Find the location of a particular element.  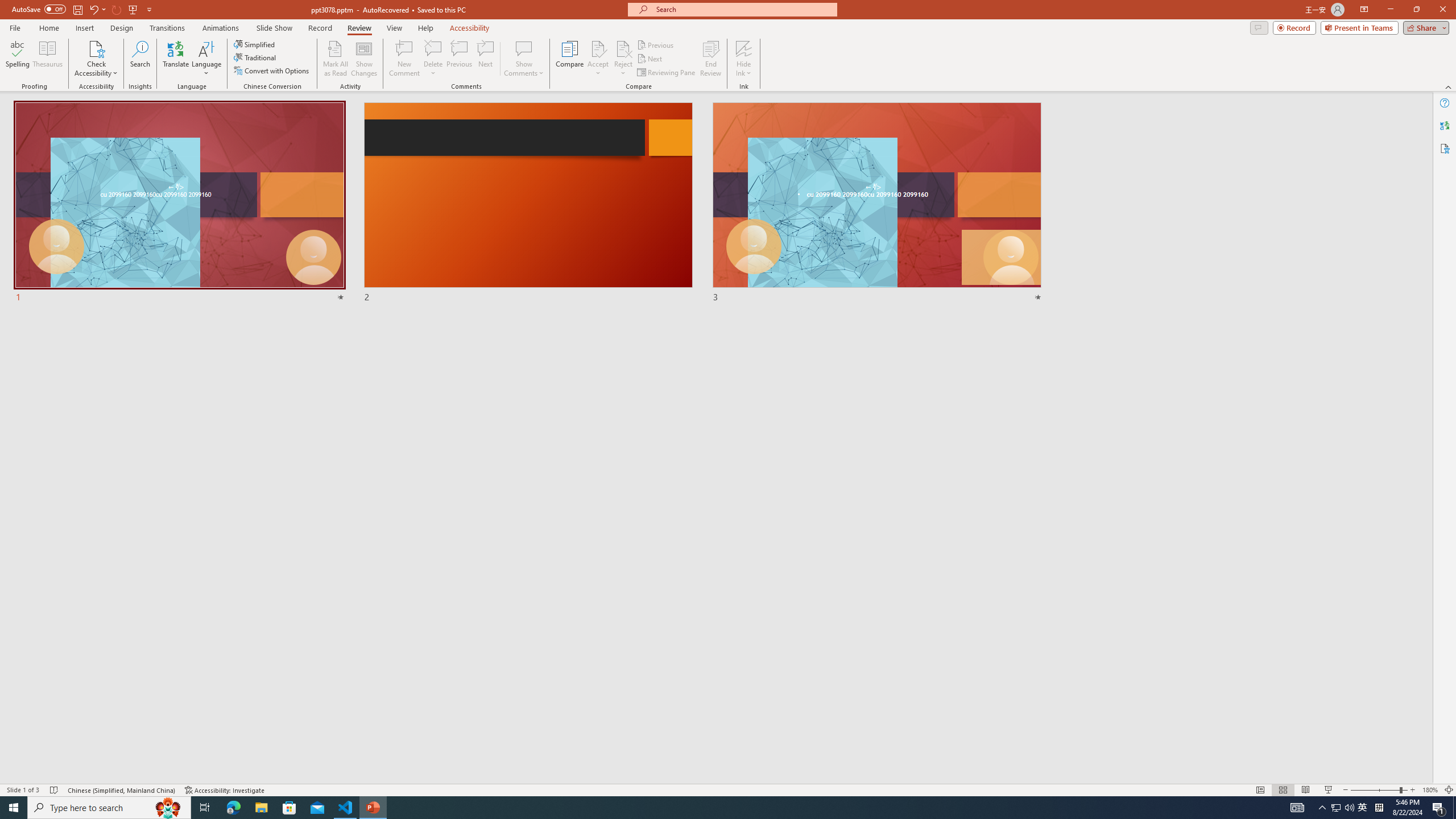

'Undo' is located at coordinates (93, 9).